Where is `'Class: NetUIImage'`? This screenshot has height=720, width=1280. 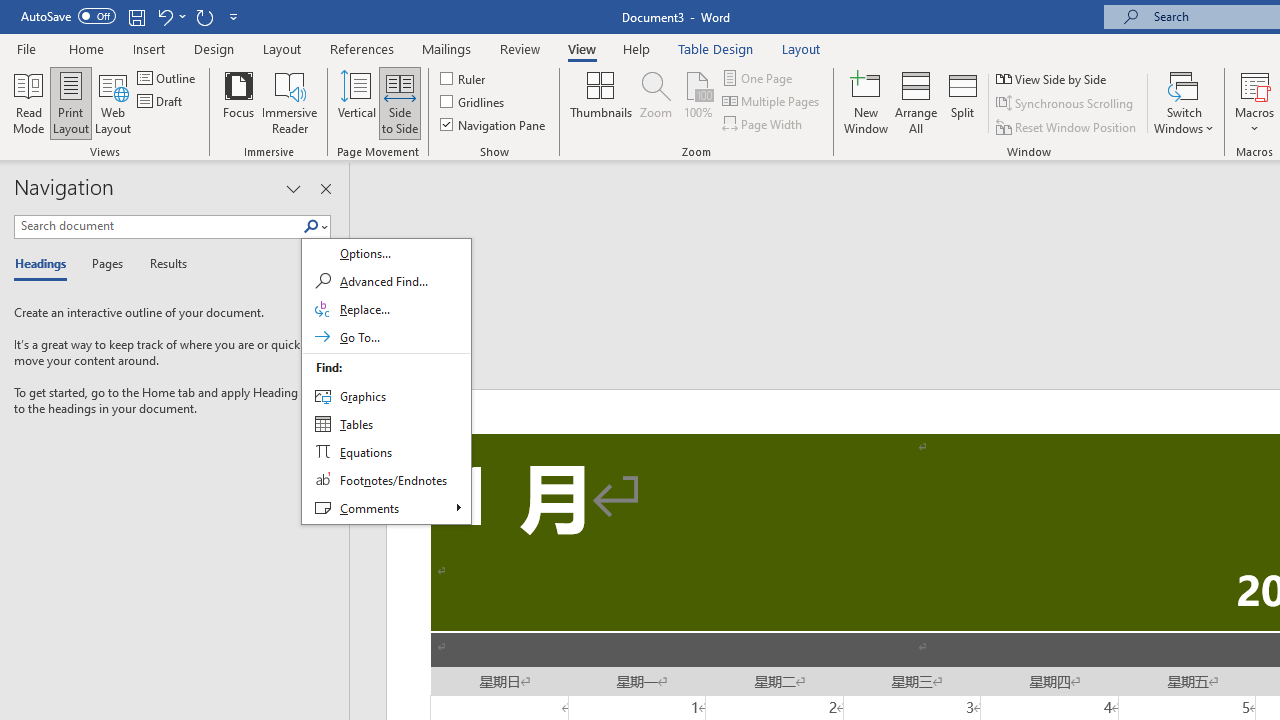
'Class: NetUIImage' is located at coordinates (310, 225).